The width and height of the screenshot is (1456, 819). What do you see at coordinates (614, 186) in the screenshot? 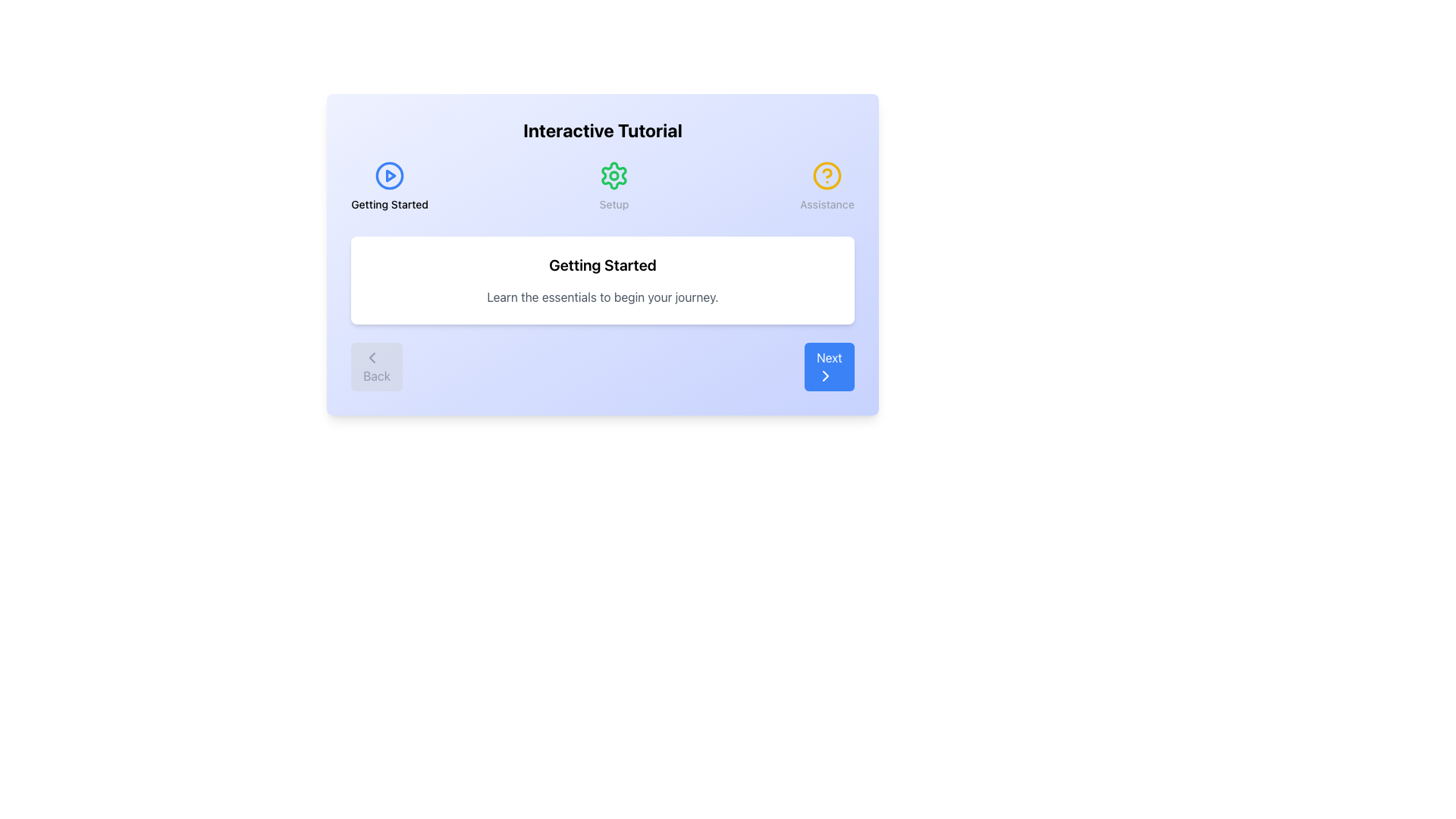
I see `the green gear icon labeled 'Setup', which is positioned in the middle section of the layout, indicating settings` at bounding box center [614, 186].